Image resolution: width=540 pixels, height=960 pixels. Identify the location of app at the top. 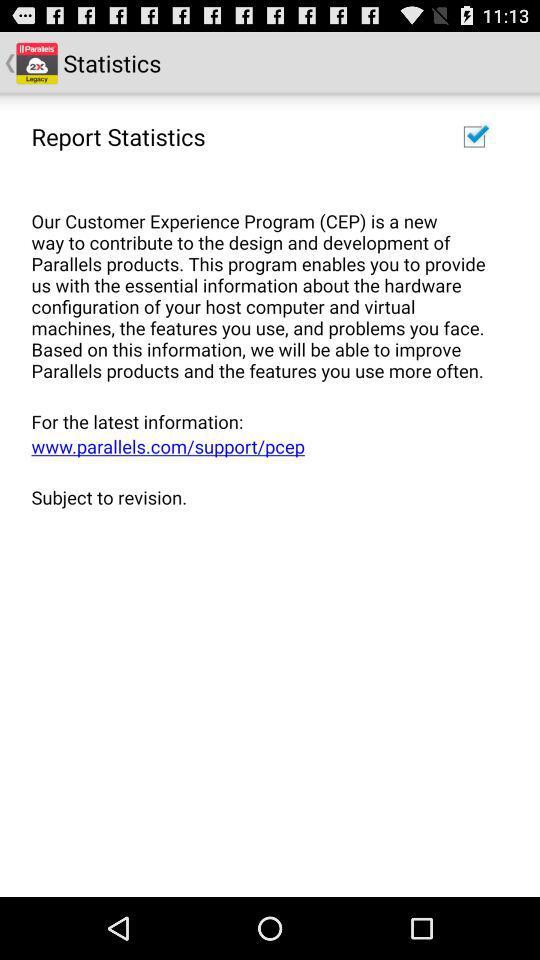
(263, 284).